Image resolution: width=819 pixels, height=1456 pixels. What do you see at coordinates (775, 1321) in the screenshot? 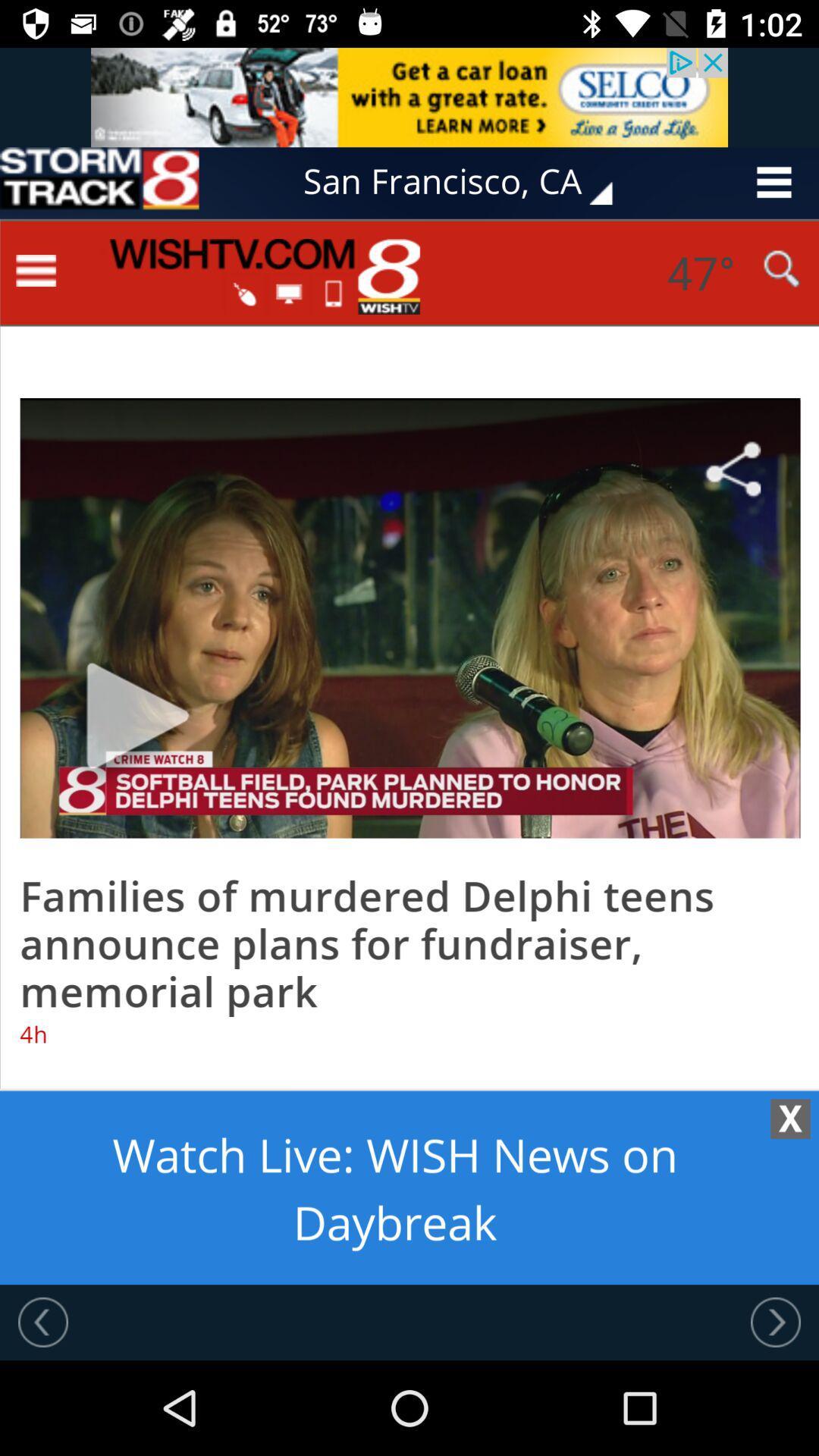
I see `next option` at bounding box center [775, 1321].